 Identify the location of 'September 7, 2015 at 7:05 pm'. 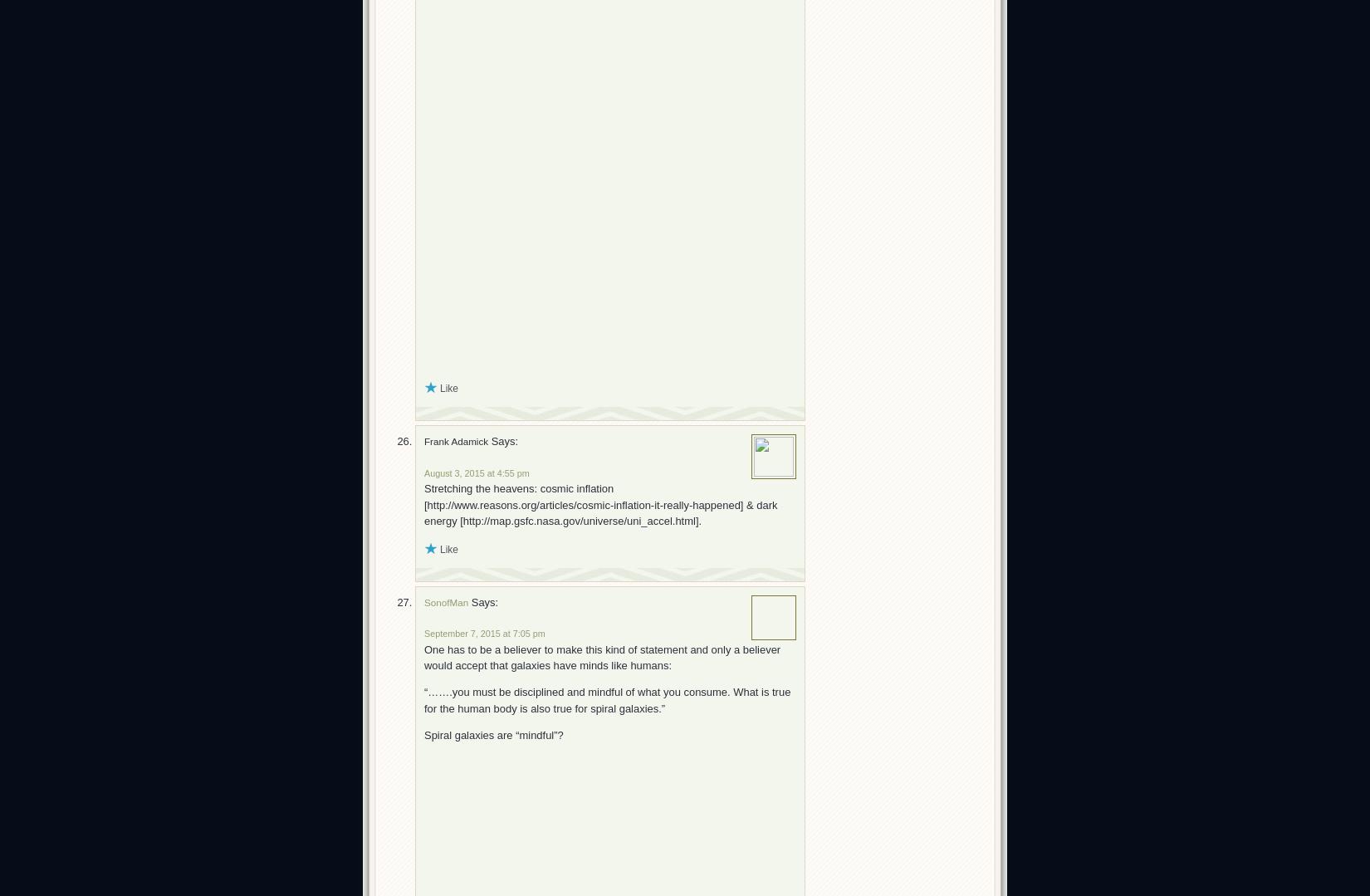
(483, 632).